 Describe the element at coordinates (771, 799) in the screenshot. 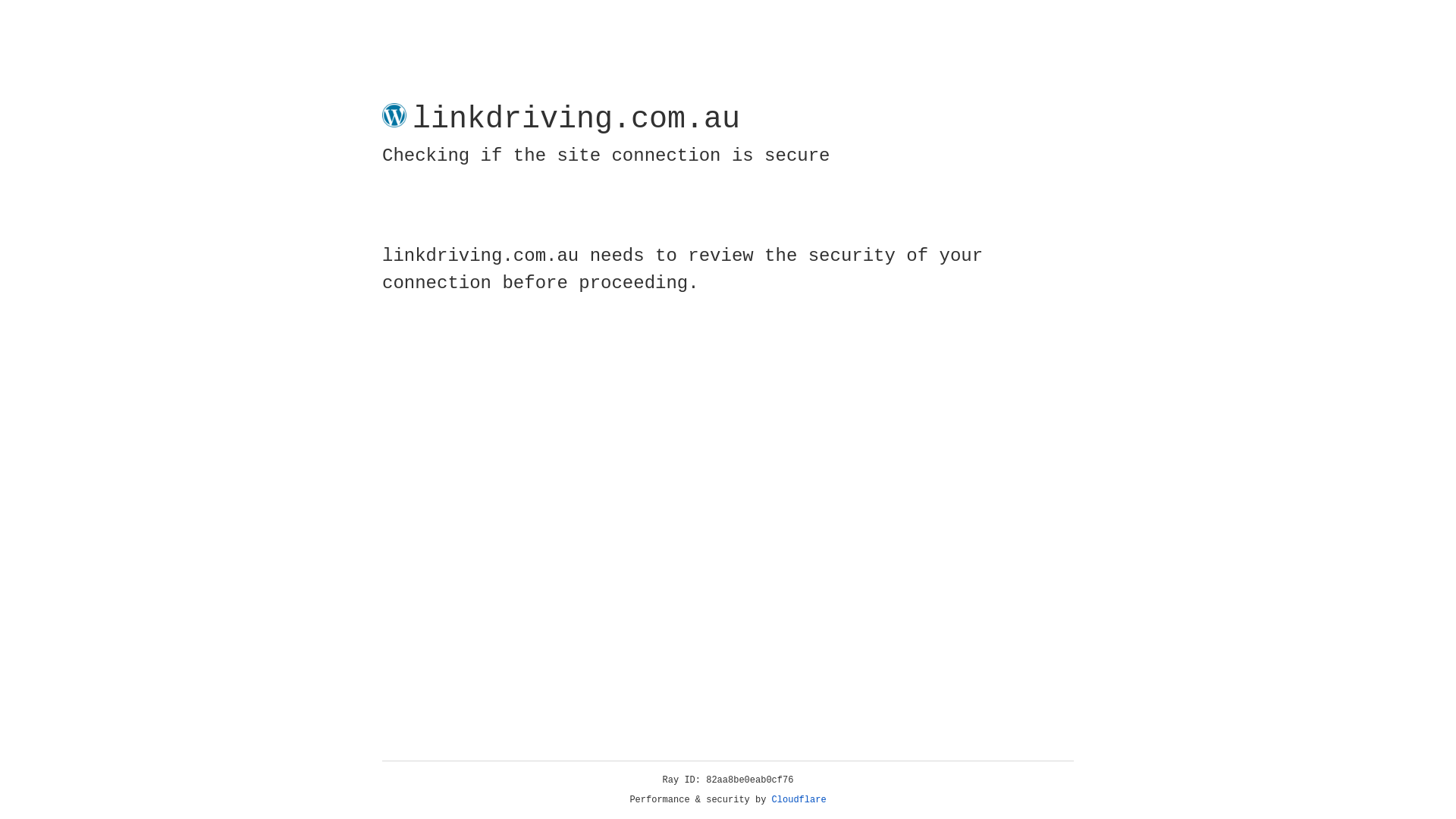

I see `'Cloudflare'` at that location.